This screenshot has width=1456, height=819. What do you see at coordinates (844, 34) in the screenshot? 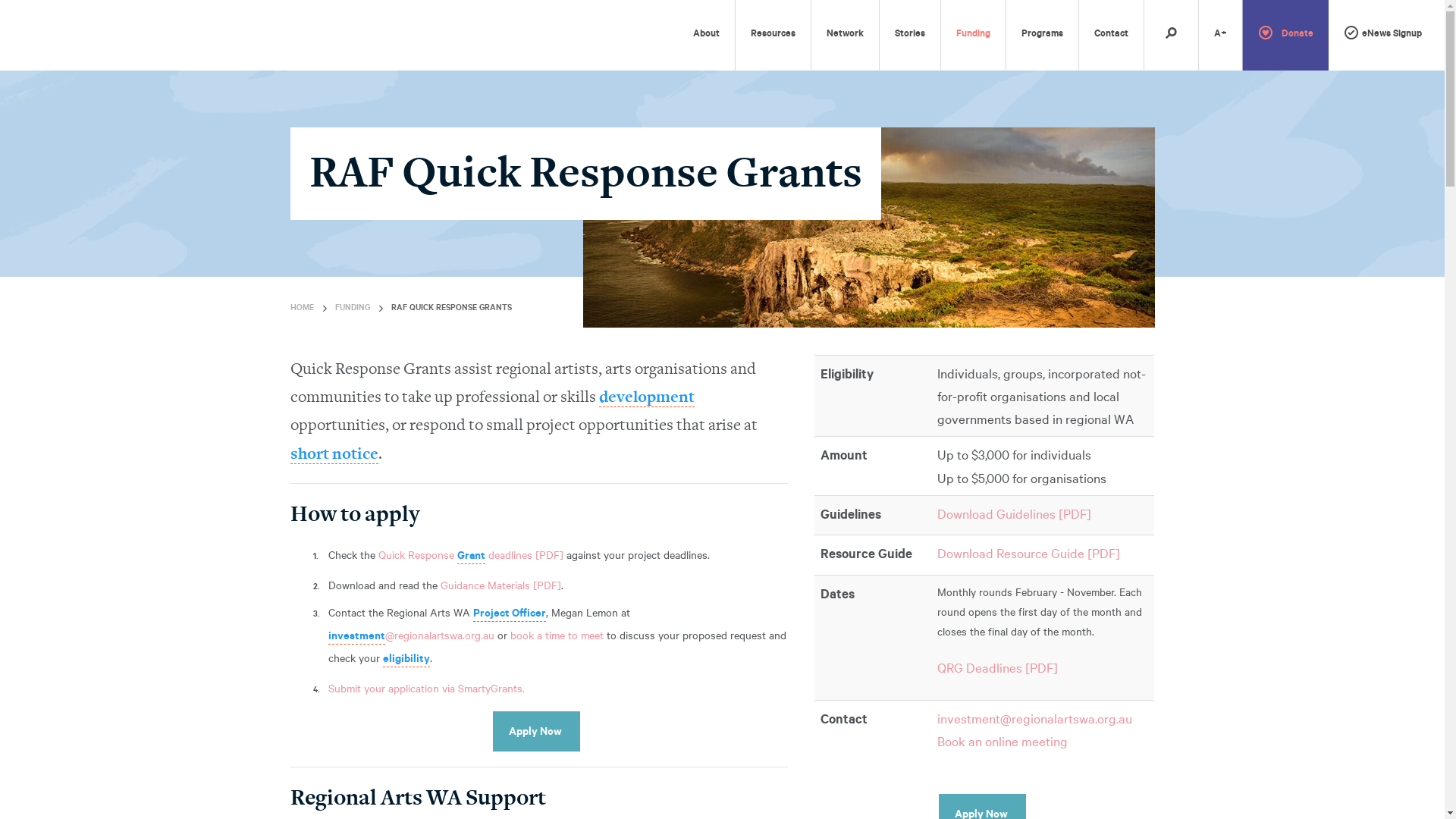
I see `'Network'` at bounding box center [844, 34].